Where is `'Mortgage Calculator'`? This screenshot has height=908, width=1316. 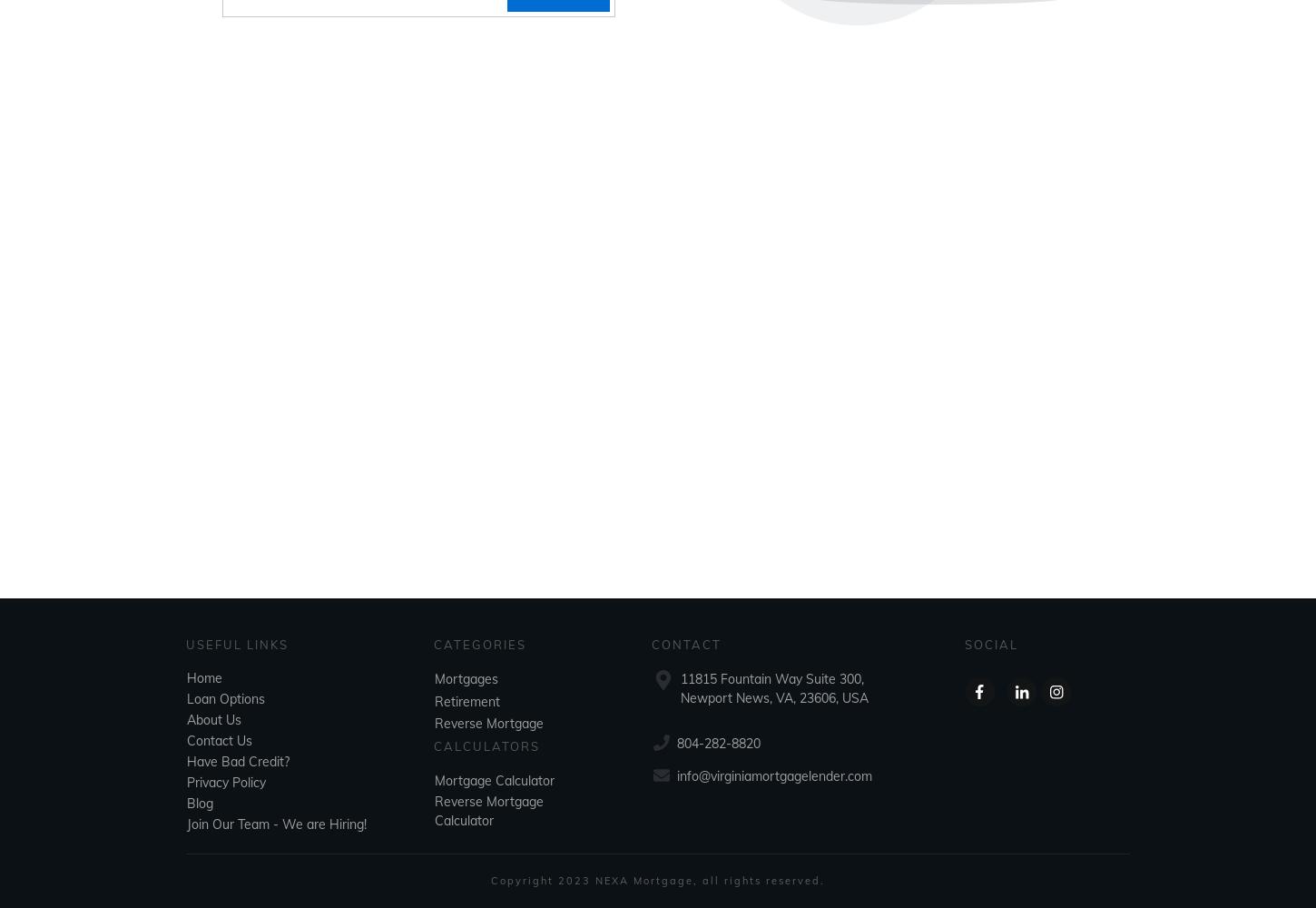 'Mortgage Calculator' is located at coordinates (494, 780).